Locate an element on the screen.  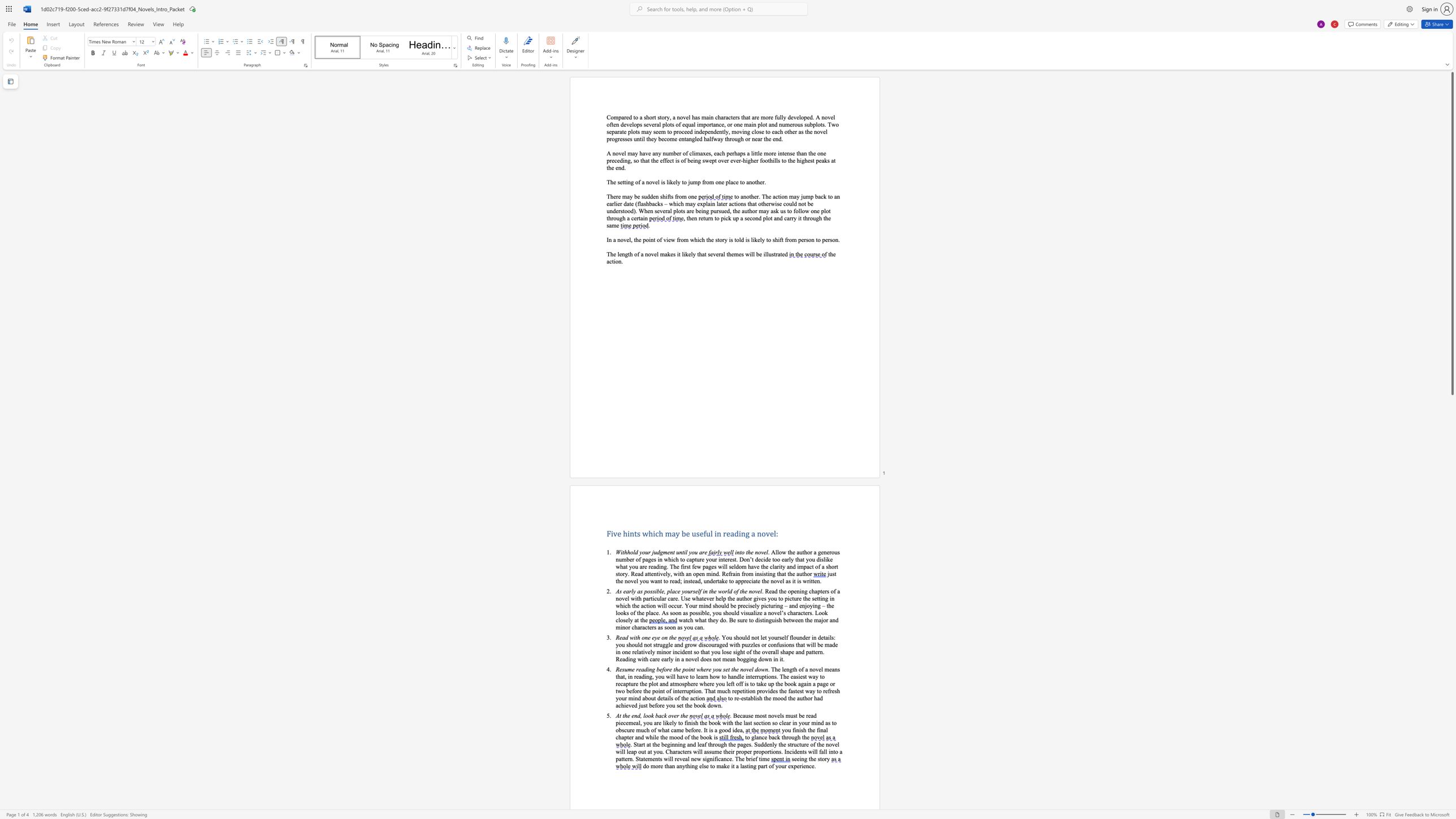
the space between the continuous character "a" and "p" in the text is located at coordinates (624, 736).